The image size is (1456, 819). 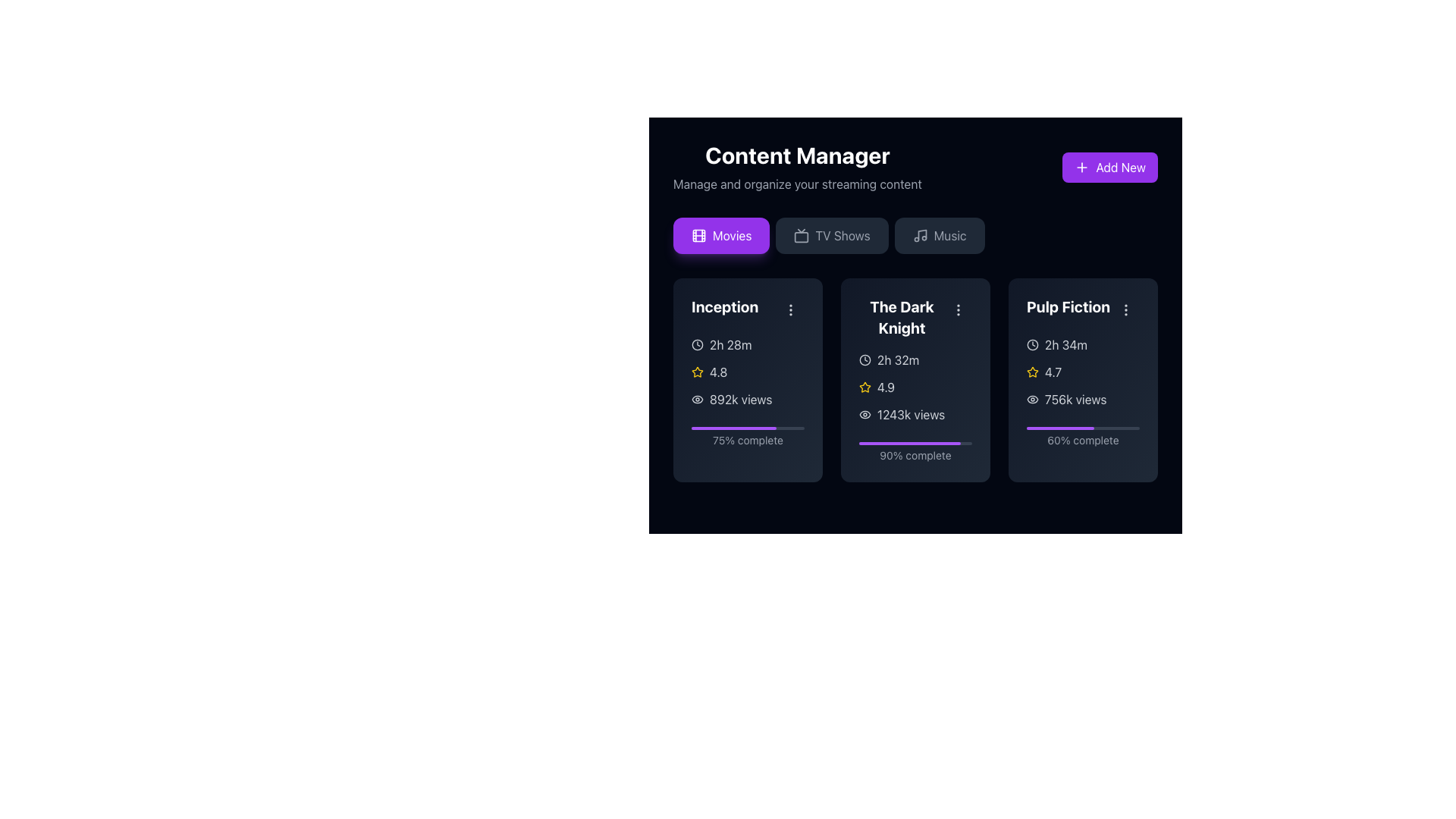 What do you see at coordinates (732, 236) in the screenshot?
I see `the 'Movies' text label within the interactive button` at bounding box center [732, 236].